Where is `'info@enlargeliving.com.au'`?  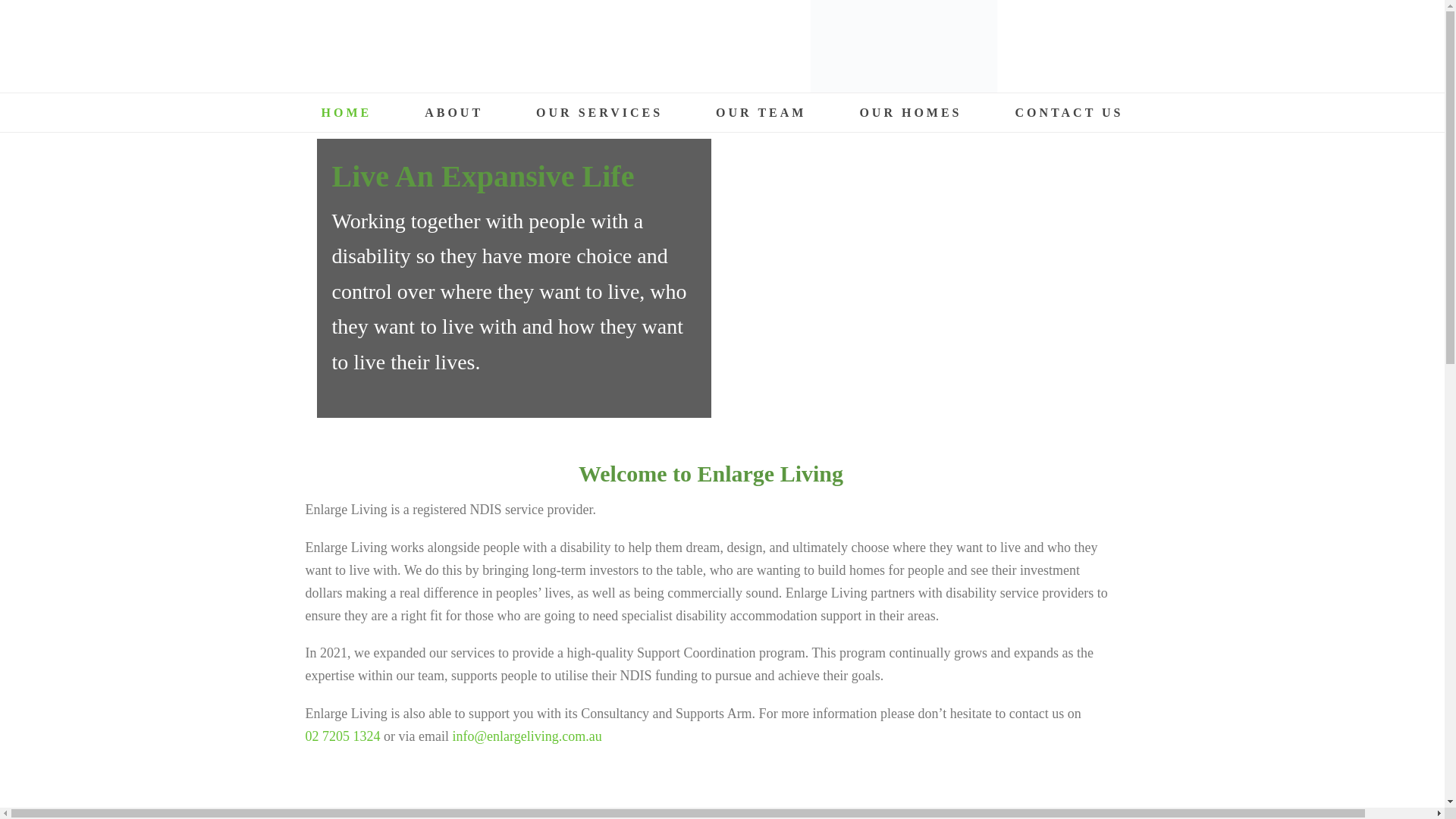
'info@enlargeliving.com.au' is located at coordinates (526, 736).